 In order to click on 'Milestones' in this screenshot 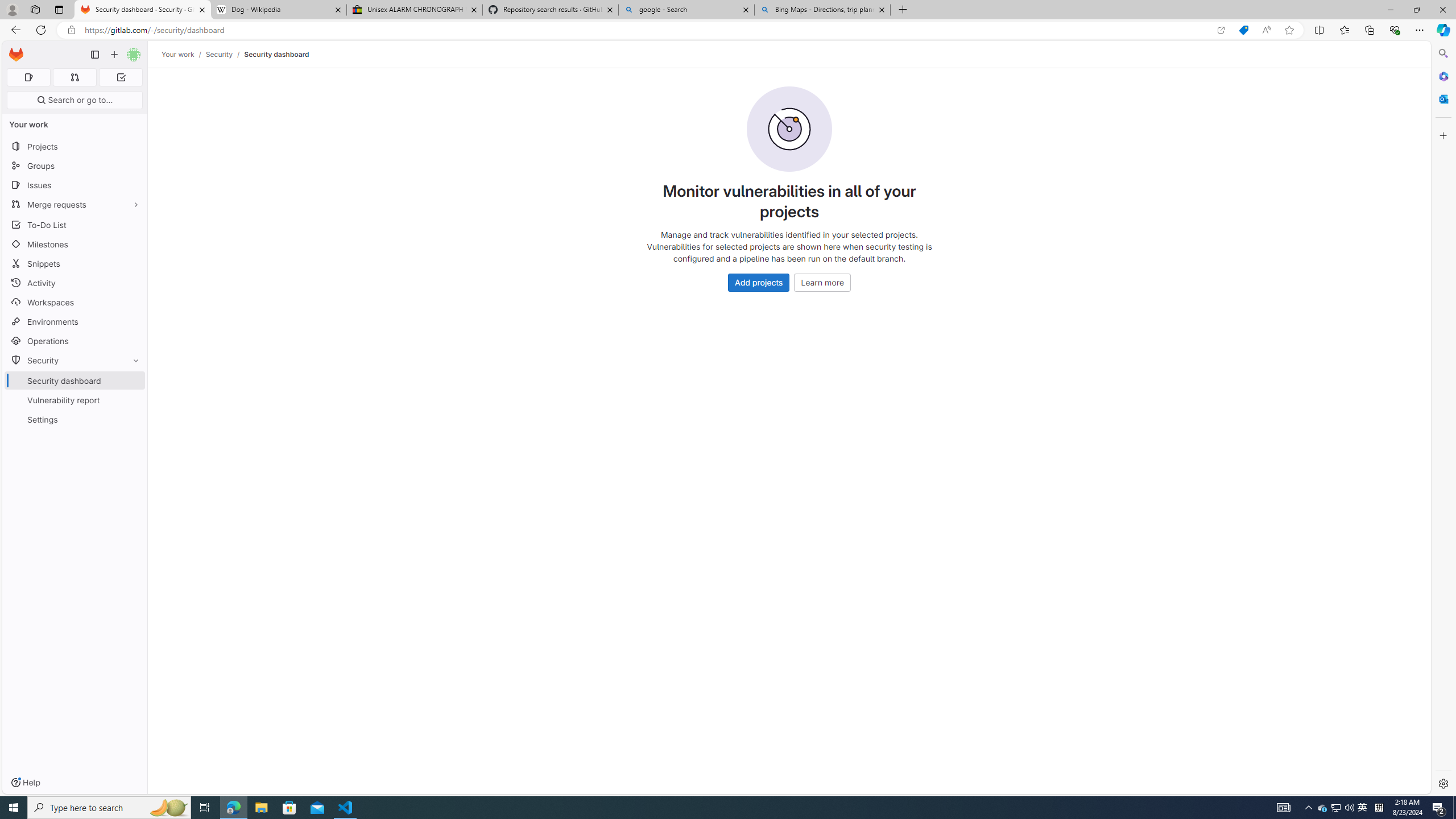, I will do `click(74, 243)`.